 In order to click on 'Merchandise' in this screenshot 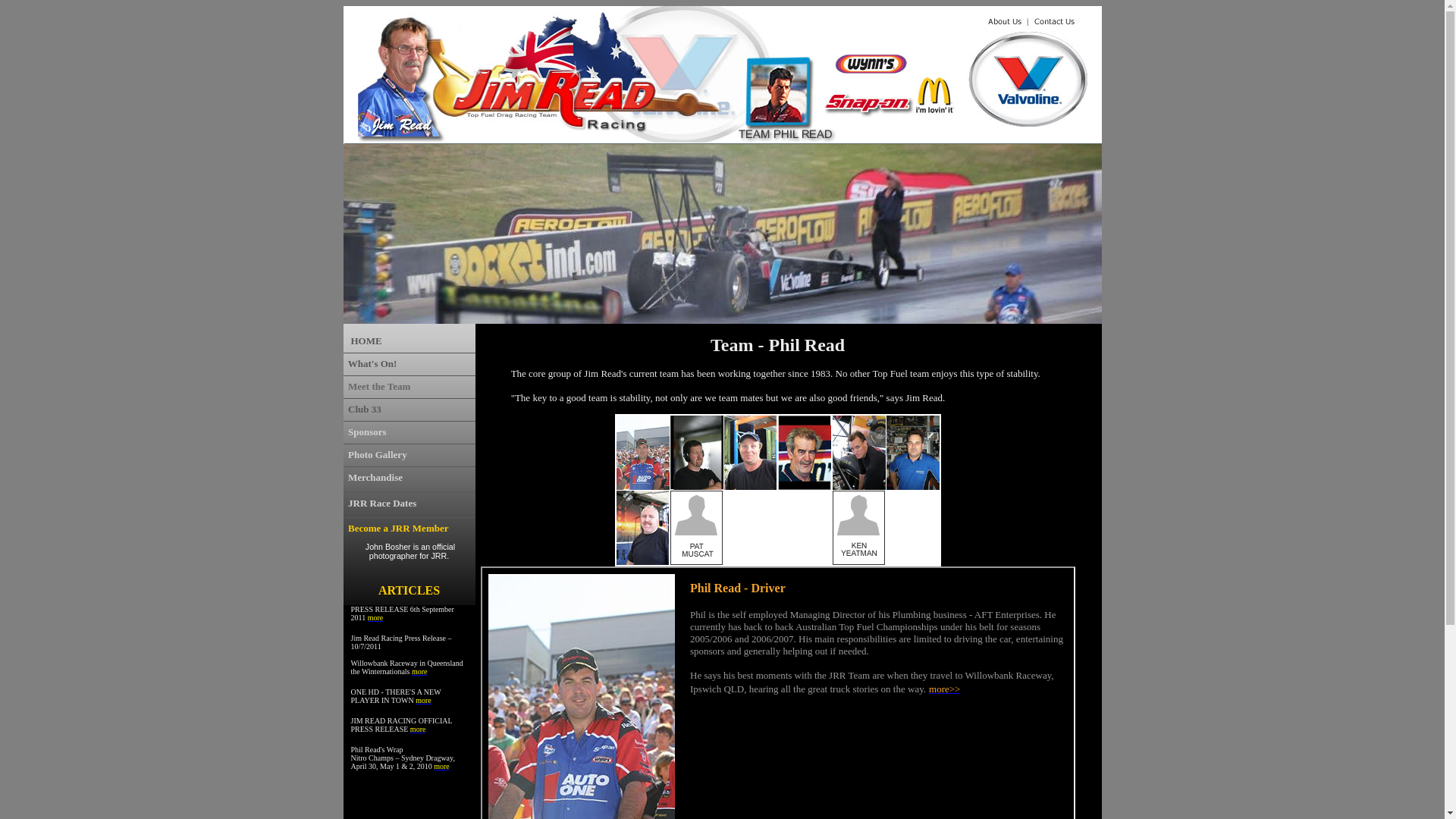, I will do `click(375, 476)`.